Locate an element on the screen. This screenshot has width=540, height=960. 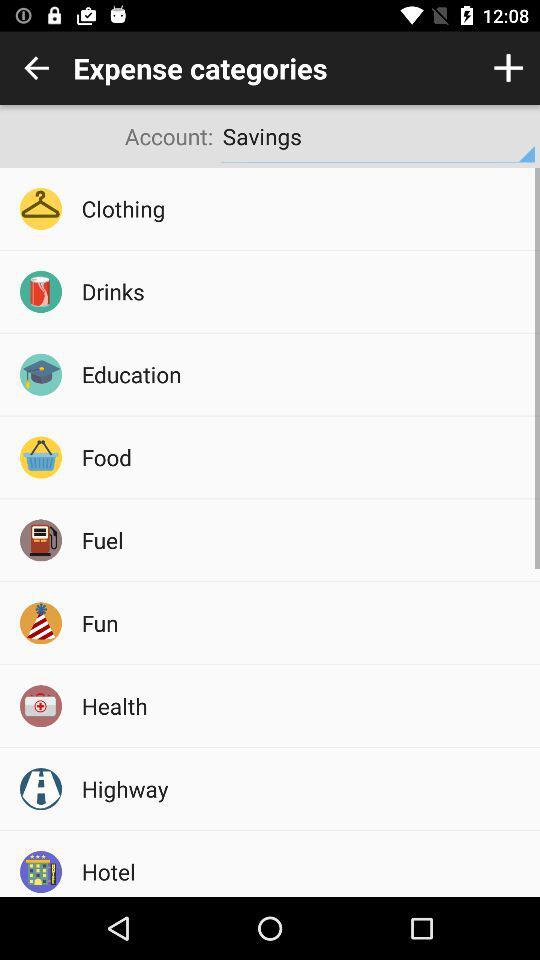
icon with road is located at coordinates (40, 789).